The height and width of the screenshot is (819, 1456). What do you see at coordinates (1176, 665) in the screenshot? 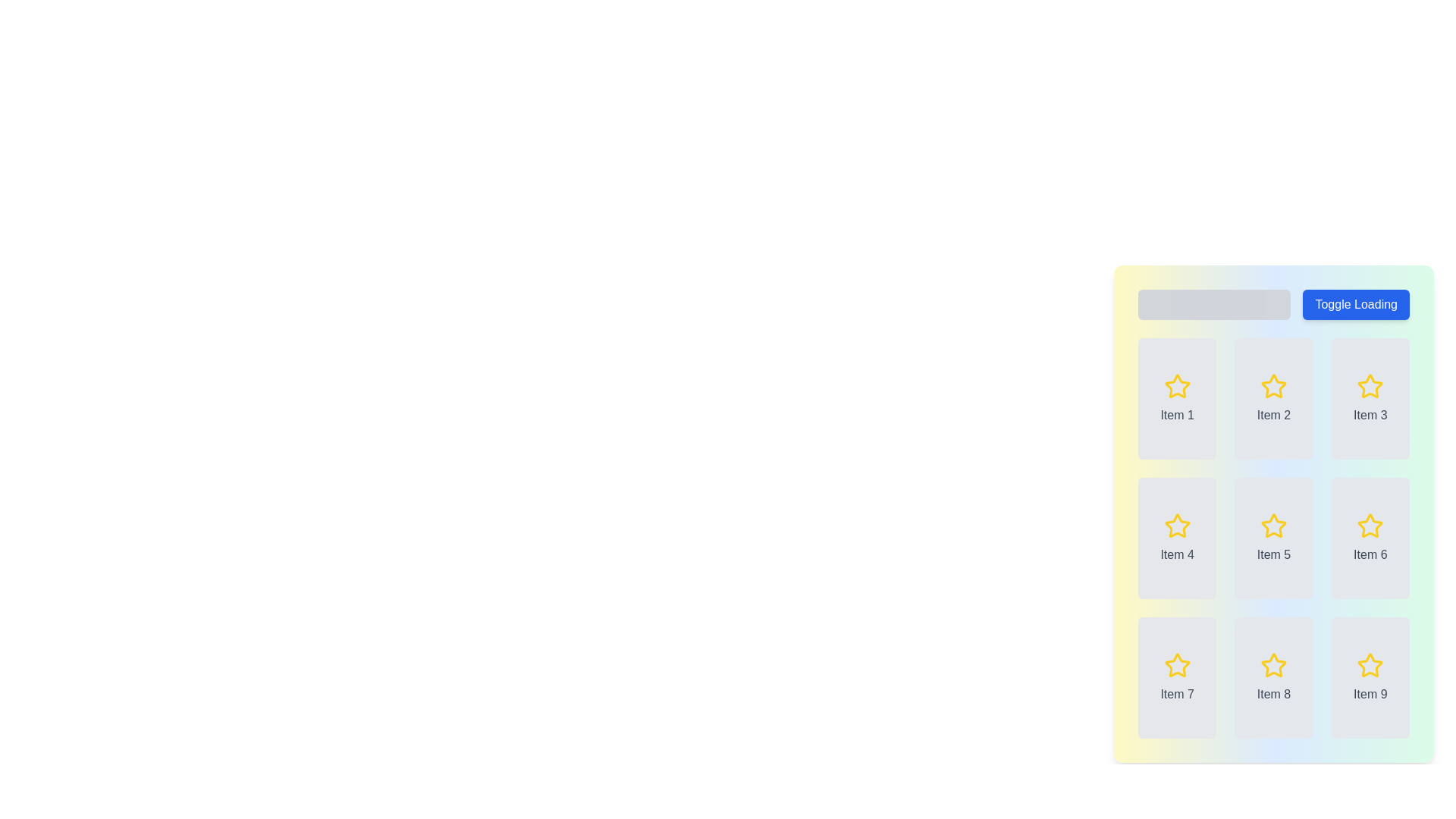
I see `the star-shaped icon with a yellow outline that is associated with the text label 'Item 7'` at bounding box center [1176, 665].